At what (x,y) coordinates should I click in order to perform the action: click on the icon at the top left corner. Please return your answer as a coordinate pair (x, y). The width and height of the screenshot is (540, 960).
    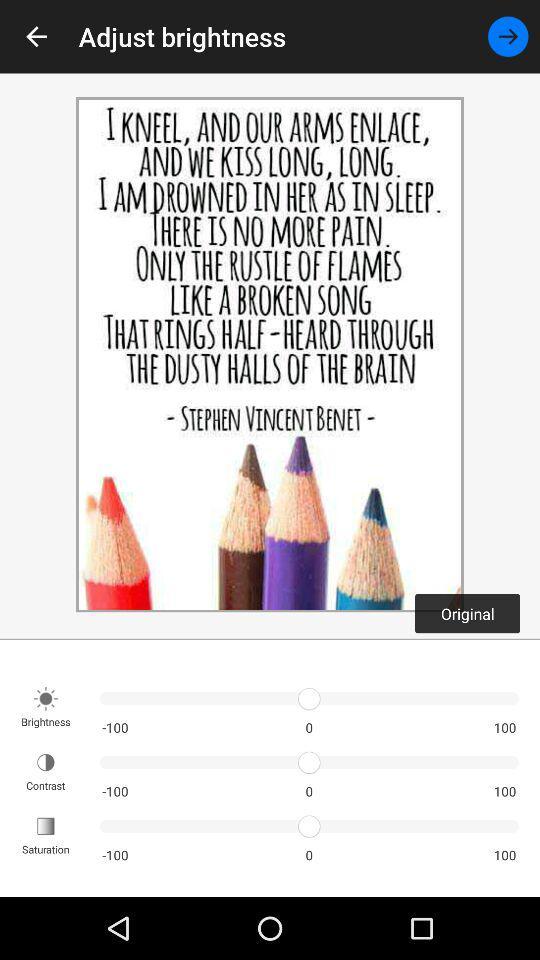
    Looking at the image, I should click on (36, 35).